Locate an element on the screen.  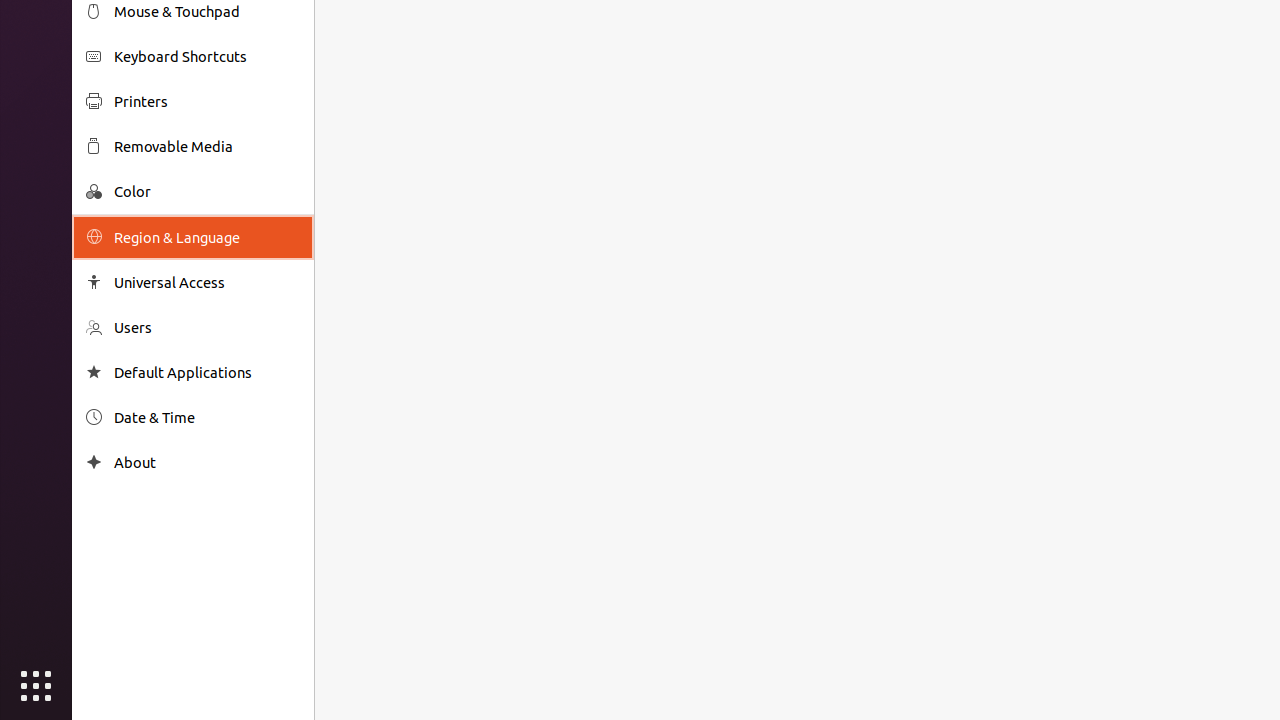
'Universal Access' is located at coordinates (206, 282).